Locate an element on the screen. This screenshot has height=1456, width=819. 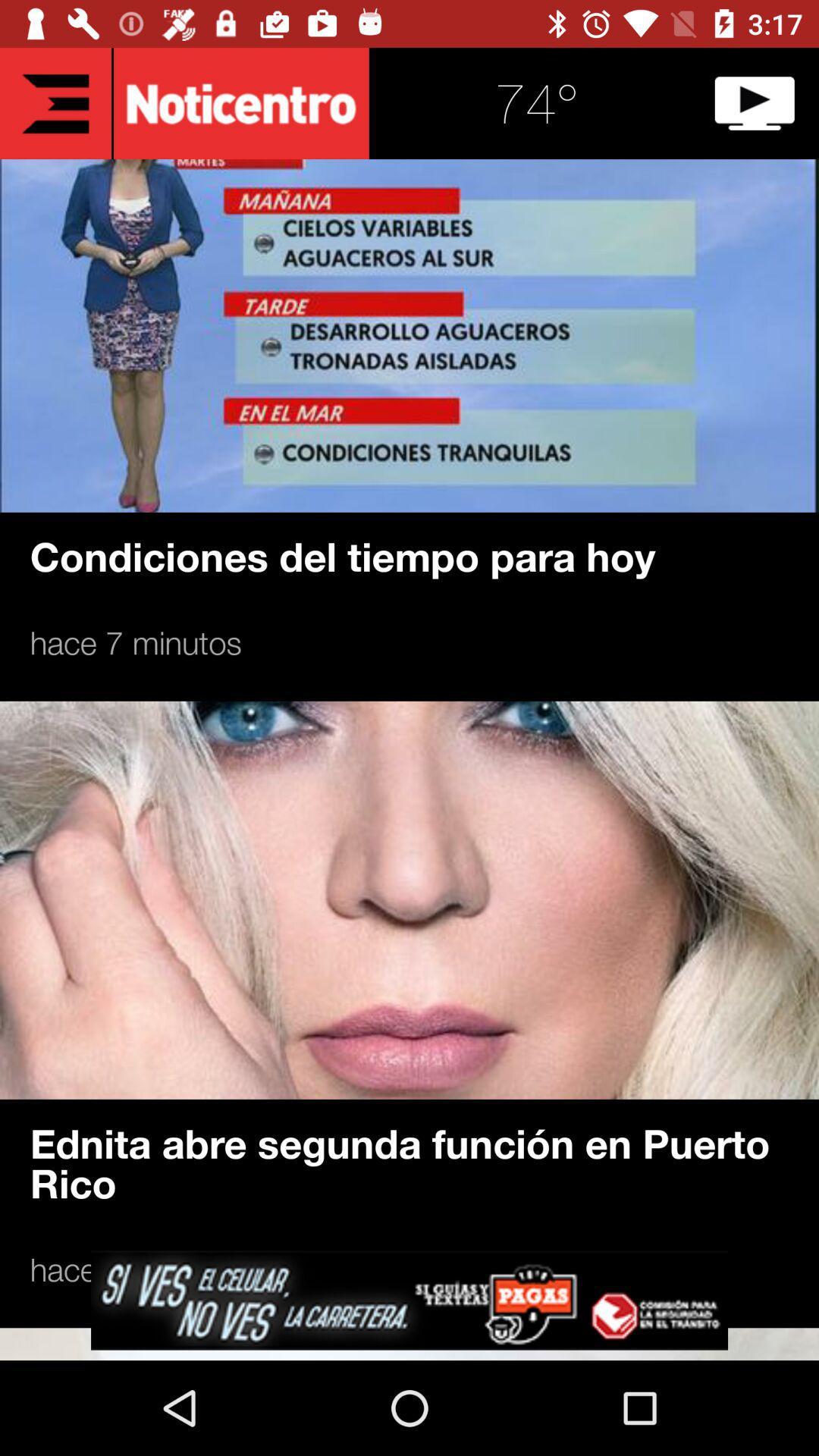
the play icon is located at coordinates (755, 102).